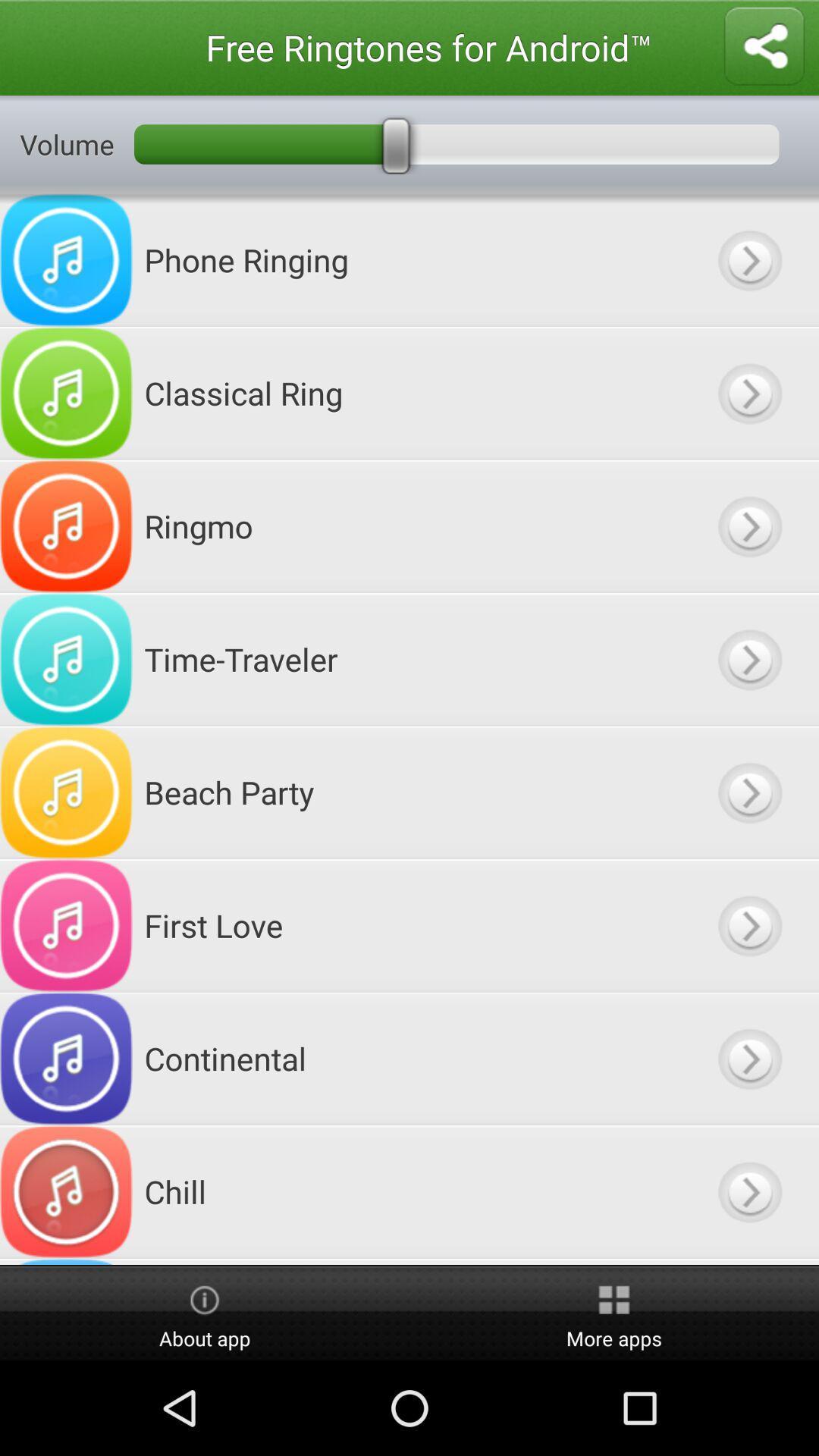  I want to click on next, so click(748, 1261).